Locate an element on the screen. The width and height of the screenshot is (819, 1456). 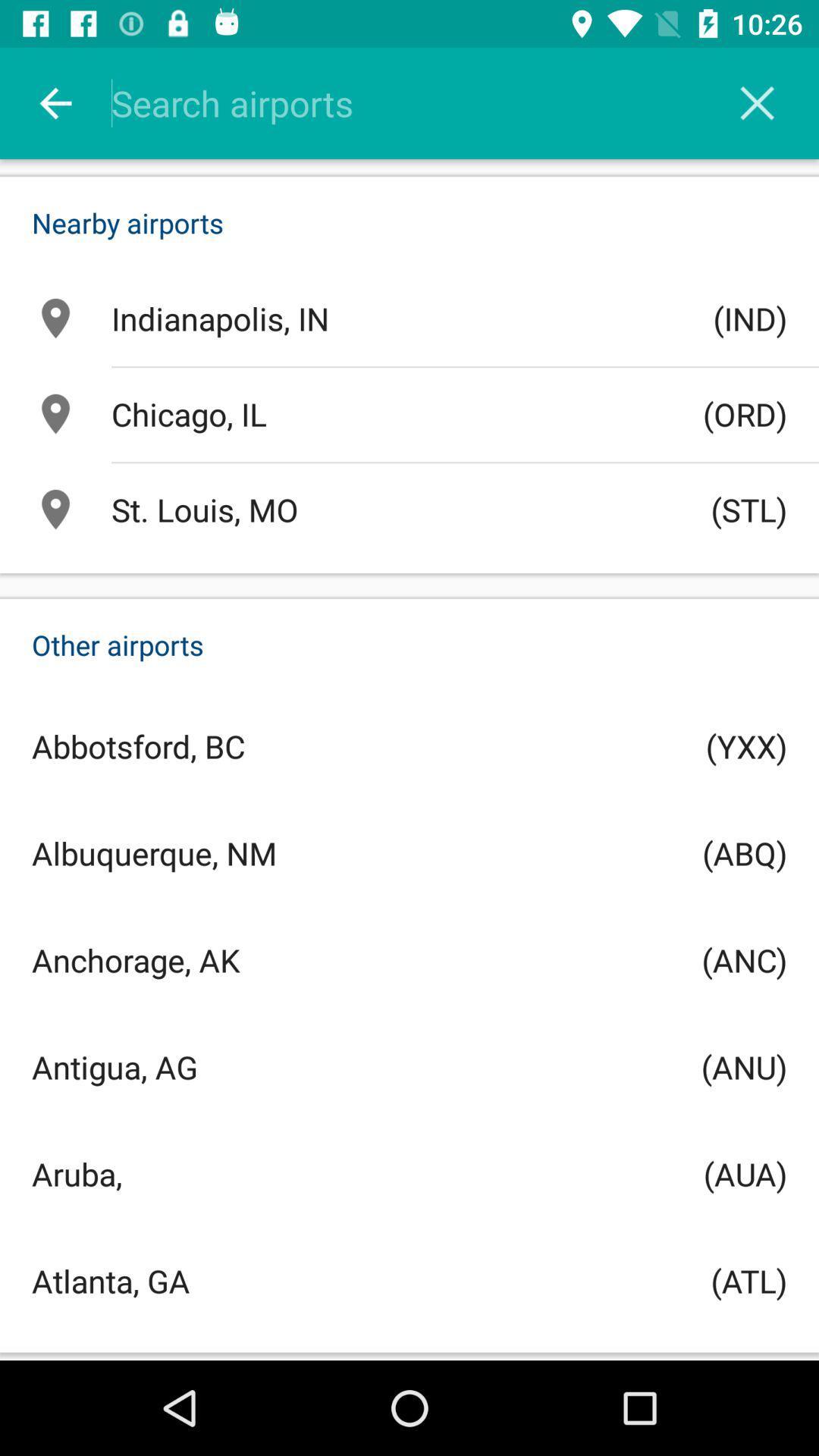
this is located at coordinates (757, 102).